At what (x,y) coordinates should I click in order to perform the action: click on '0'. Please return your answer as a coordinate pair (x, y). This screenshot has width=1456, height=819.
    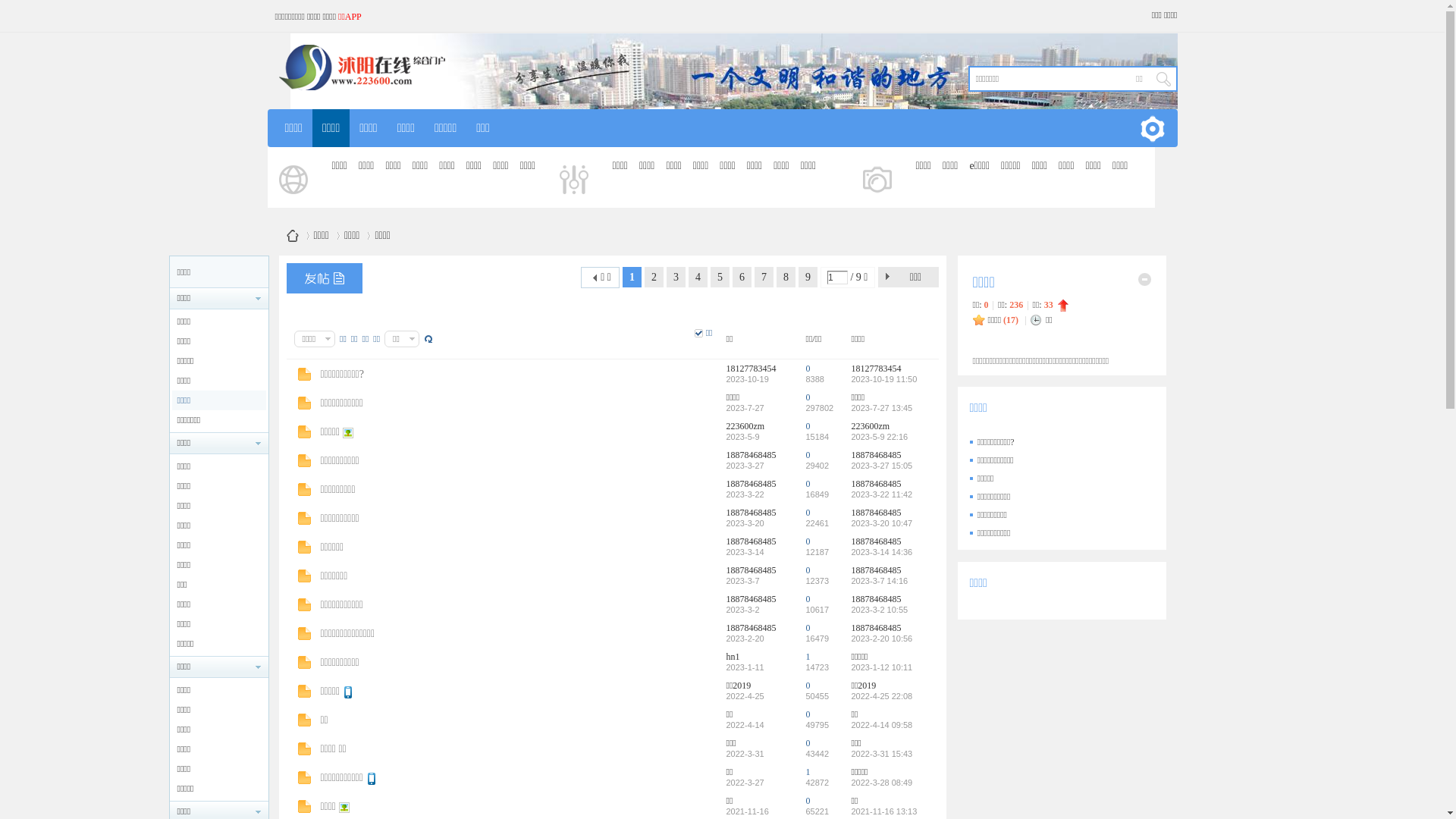
    Looking at the image, I should click on (807, 454).